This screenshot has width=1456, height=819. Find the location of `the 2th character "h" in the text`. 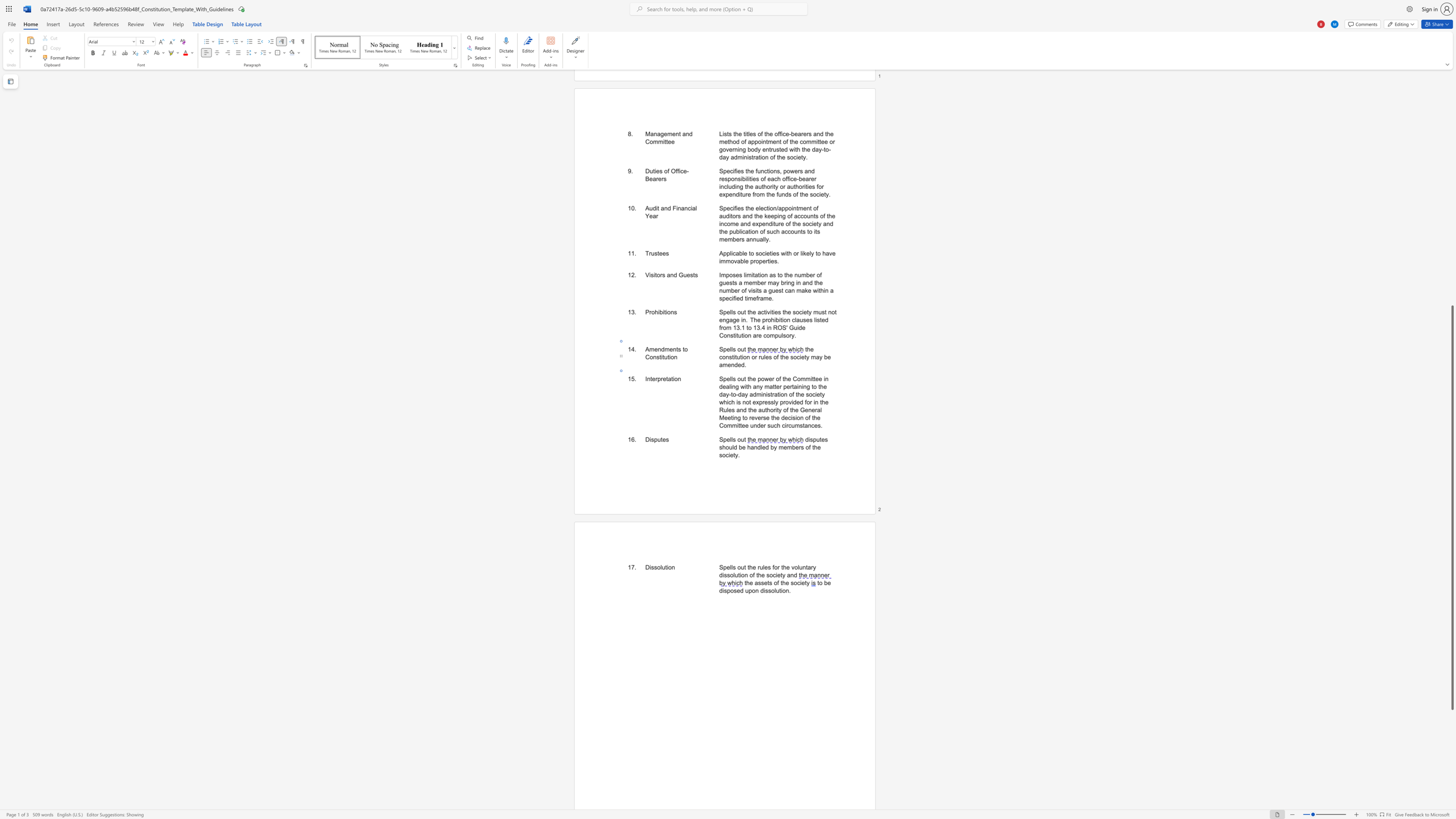

the 2th character "h" in the text is located at coordinates (784, 566).